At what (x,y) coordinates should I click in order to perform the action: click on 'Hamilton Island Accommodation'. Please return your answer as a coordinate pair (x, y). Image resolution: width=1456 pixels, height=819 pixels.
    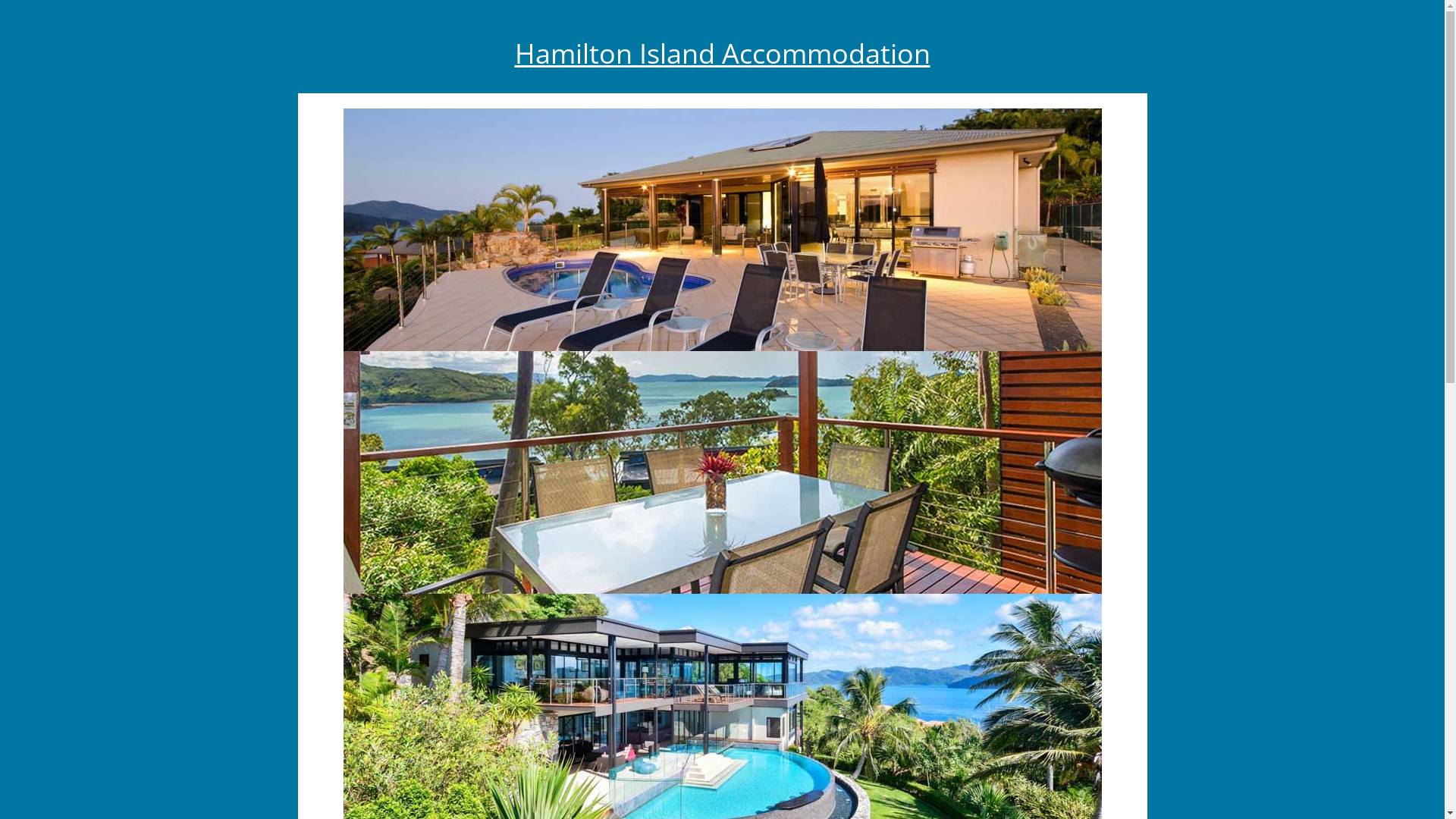
    Looking at the image, I should click on (720, 52).